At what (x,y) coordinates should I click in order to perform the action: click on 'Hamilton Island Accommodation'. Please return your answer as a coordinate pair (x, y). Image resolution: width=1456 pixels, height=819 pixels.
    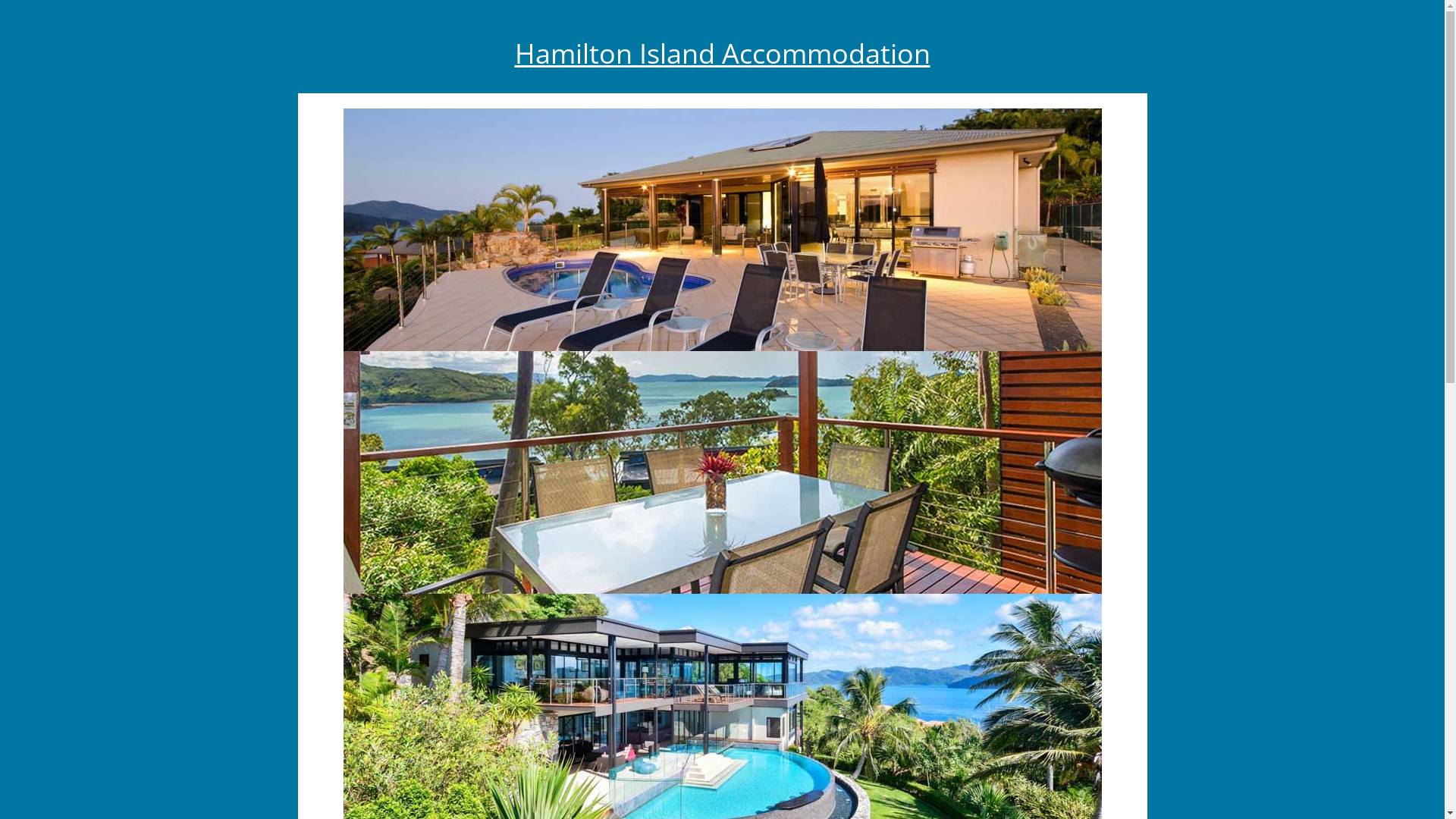
    Looking at the image, I should click on (720, 52).